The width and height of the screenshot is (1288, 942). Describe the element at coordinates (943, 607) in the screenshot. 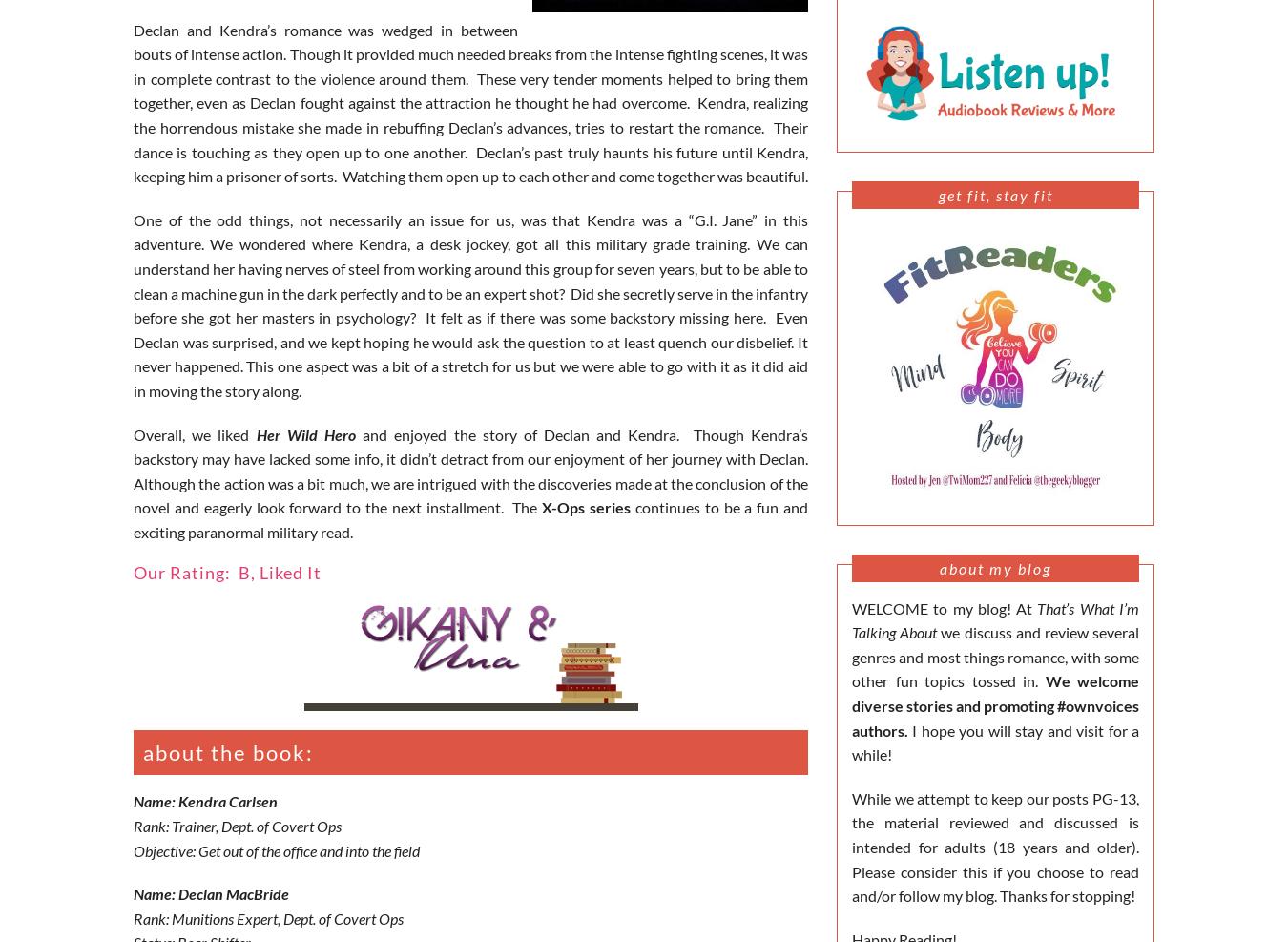

I see `'WELCOME to my blog! At'` at that location.